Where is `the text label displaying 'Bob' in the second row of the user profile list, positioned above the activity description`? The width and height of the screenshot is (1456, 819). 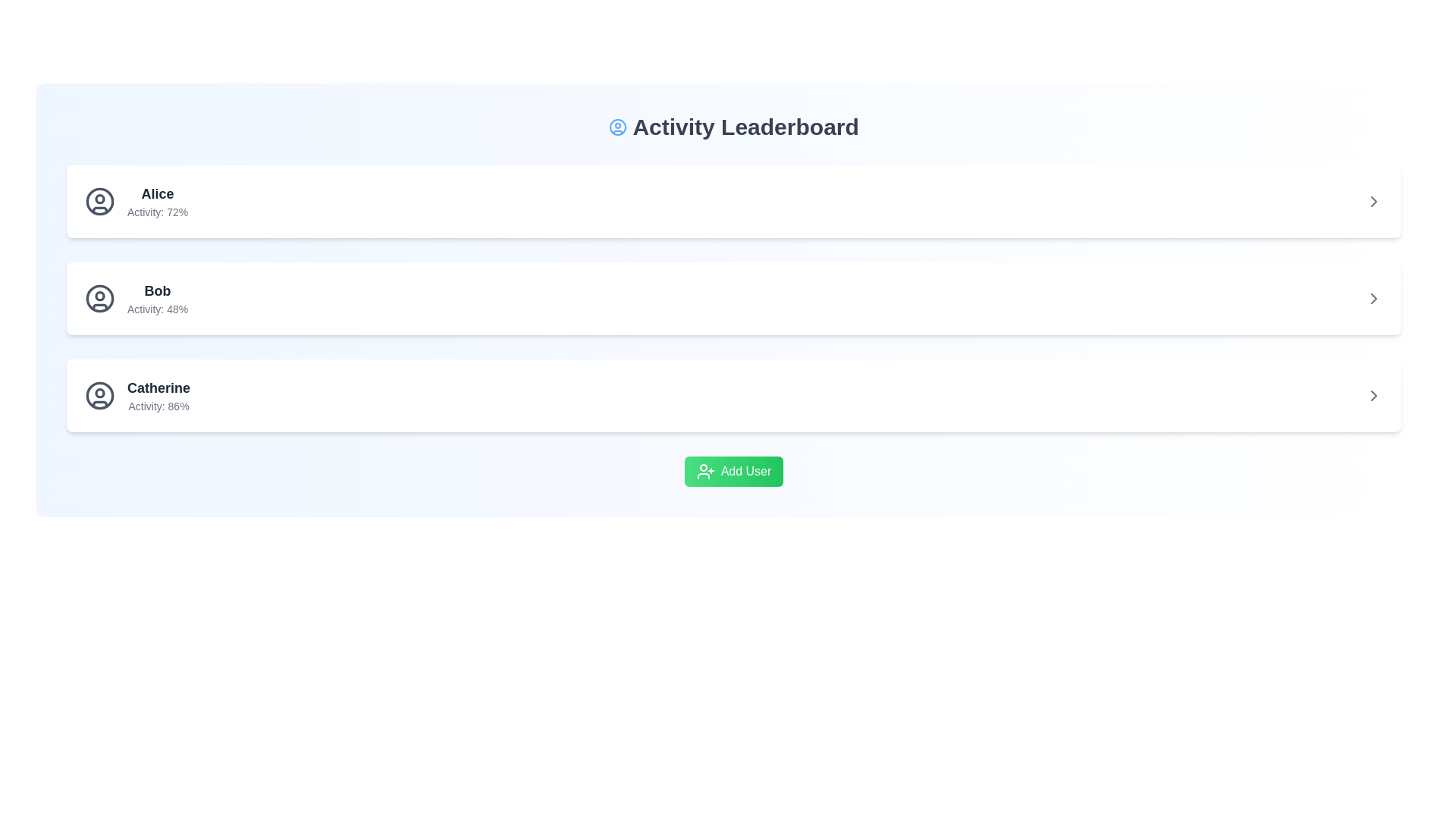
the text label displaying 'Bob' in the second row of the user profile list, positioned above the activity description is located at coordinates (158, 291).